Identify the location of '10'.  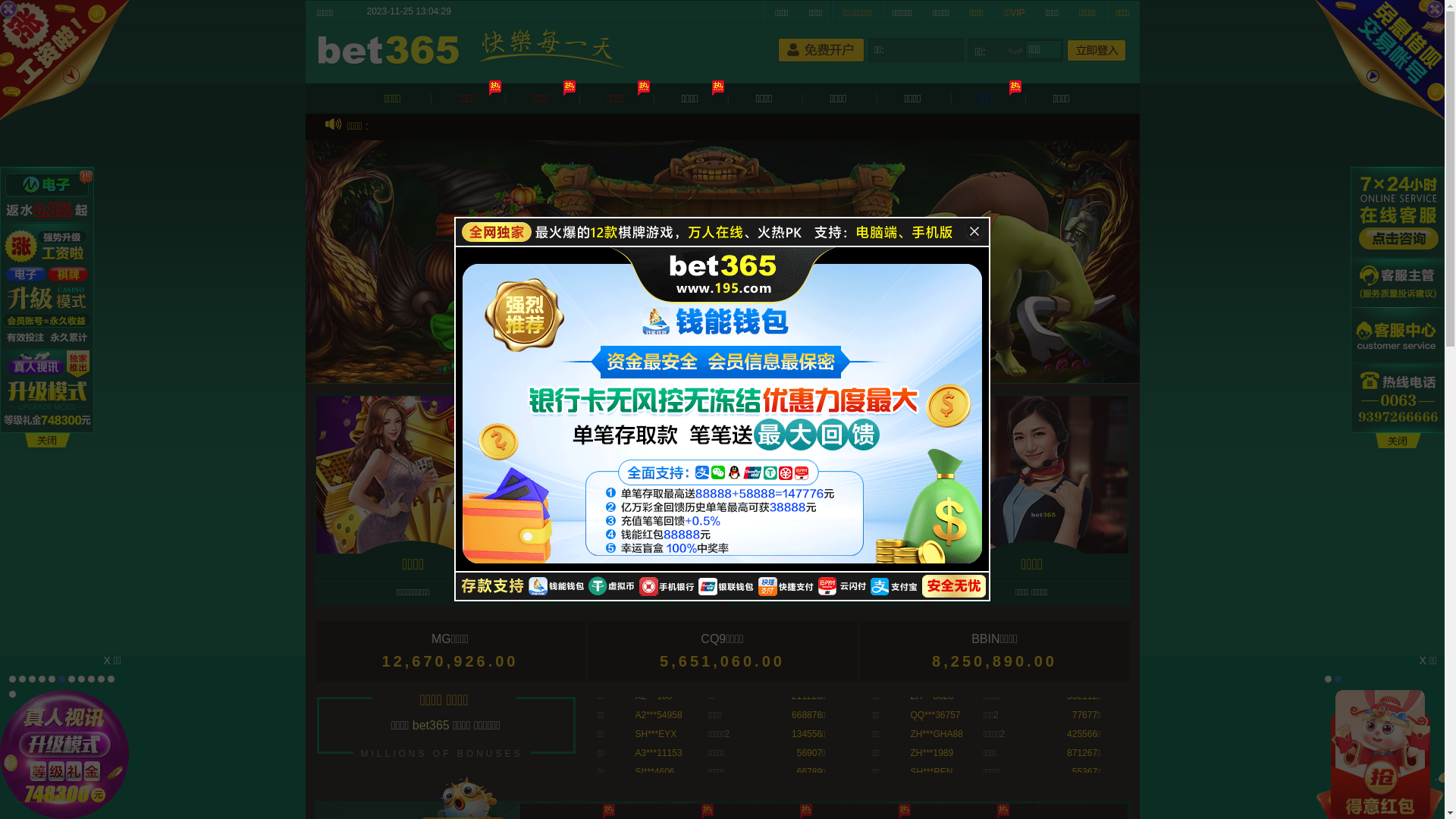
(100, 678).